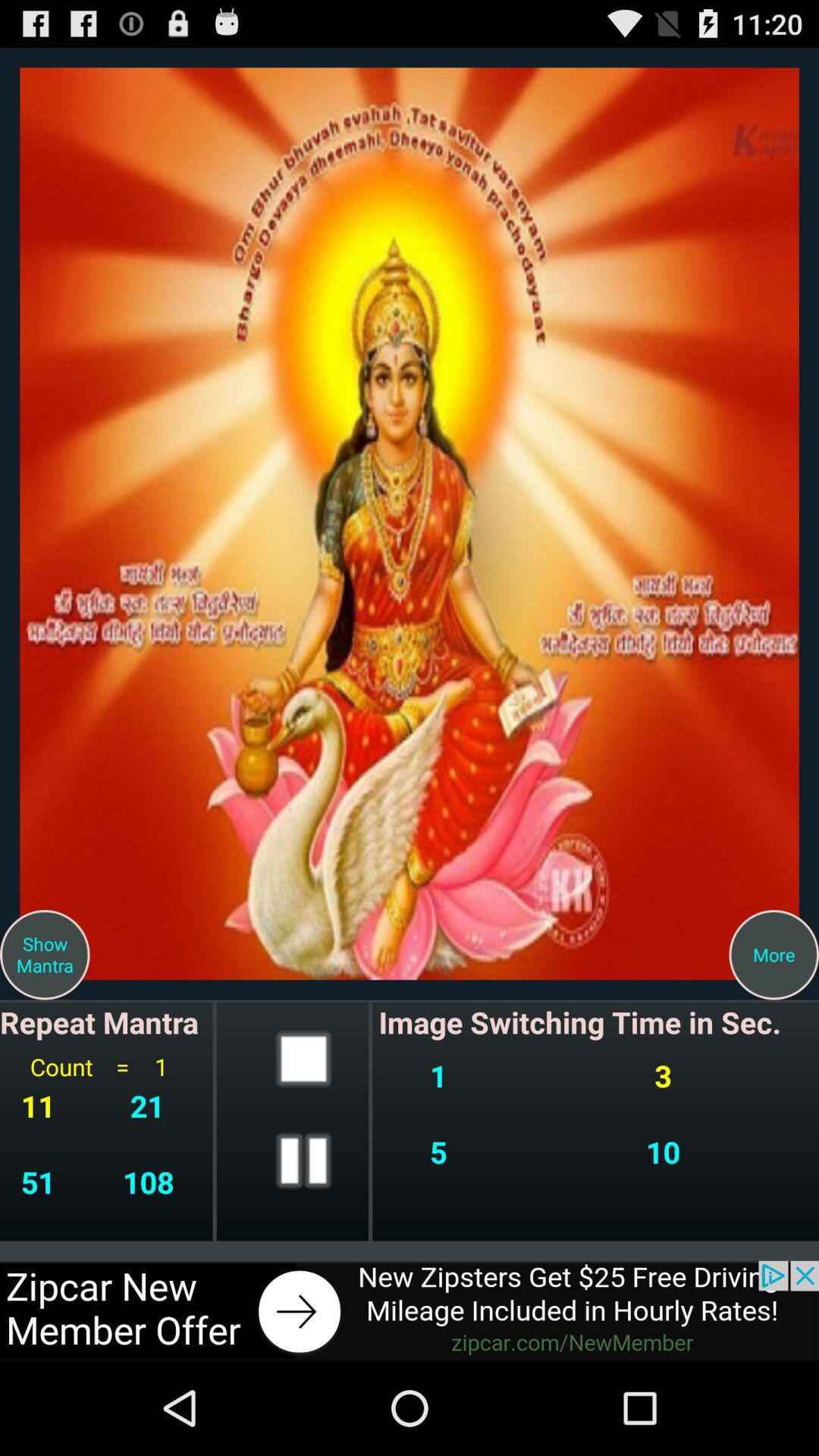 Image resolution: width=819 pixels, height=1456 pixels. What do you see at coordinates (409, 1310) in the screenshot?
I see `advertisement` at bounding box center [409, 1310].